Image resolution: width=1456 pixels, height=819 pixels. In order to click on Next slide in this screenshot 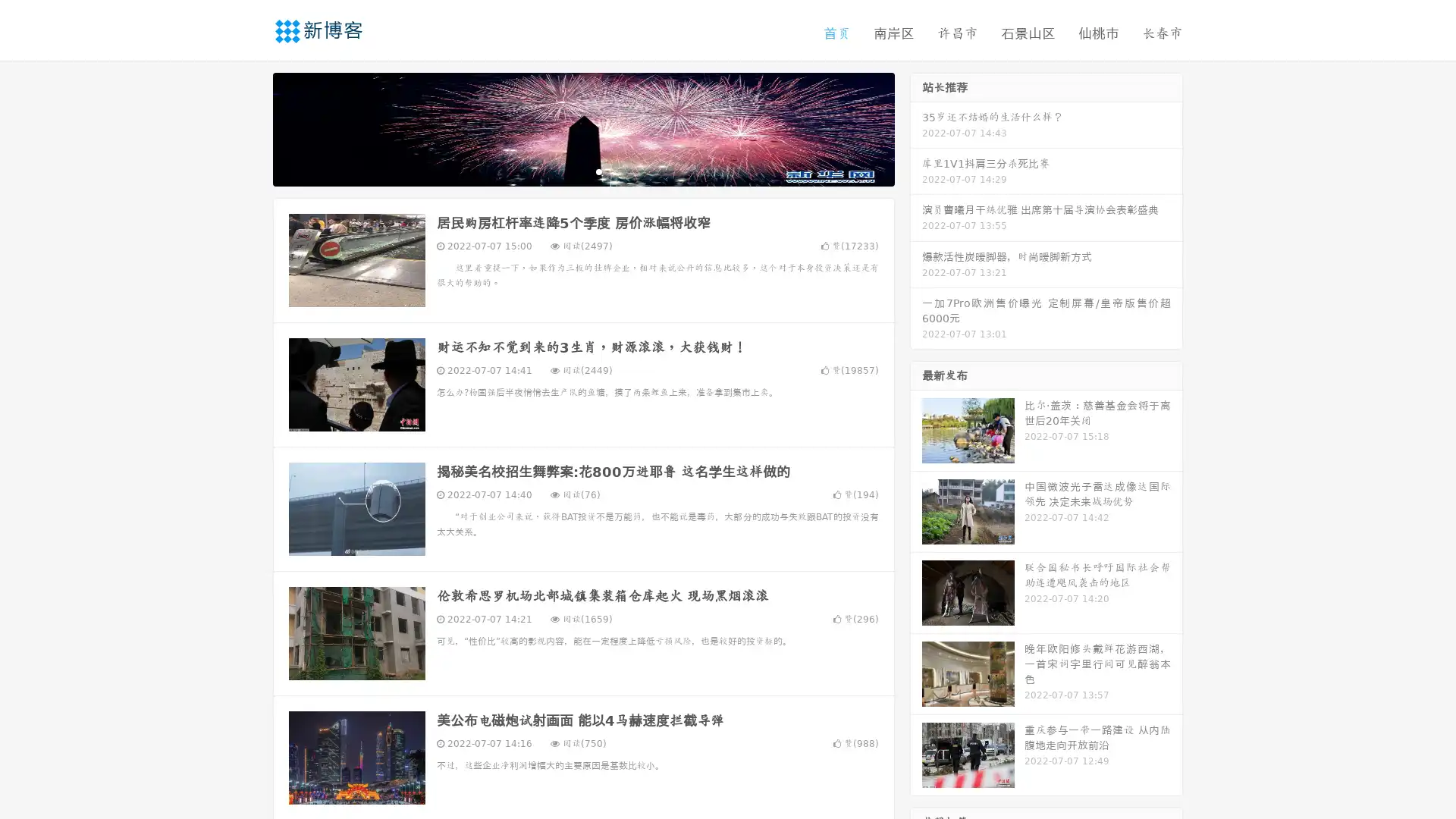, I will do `click(916, 127)`.